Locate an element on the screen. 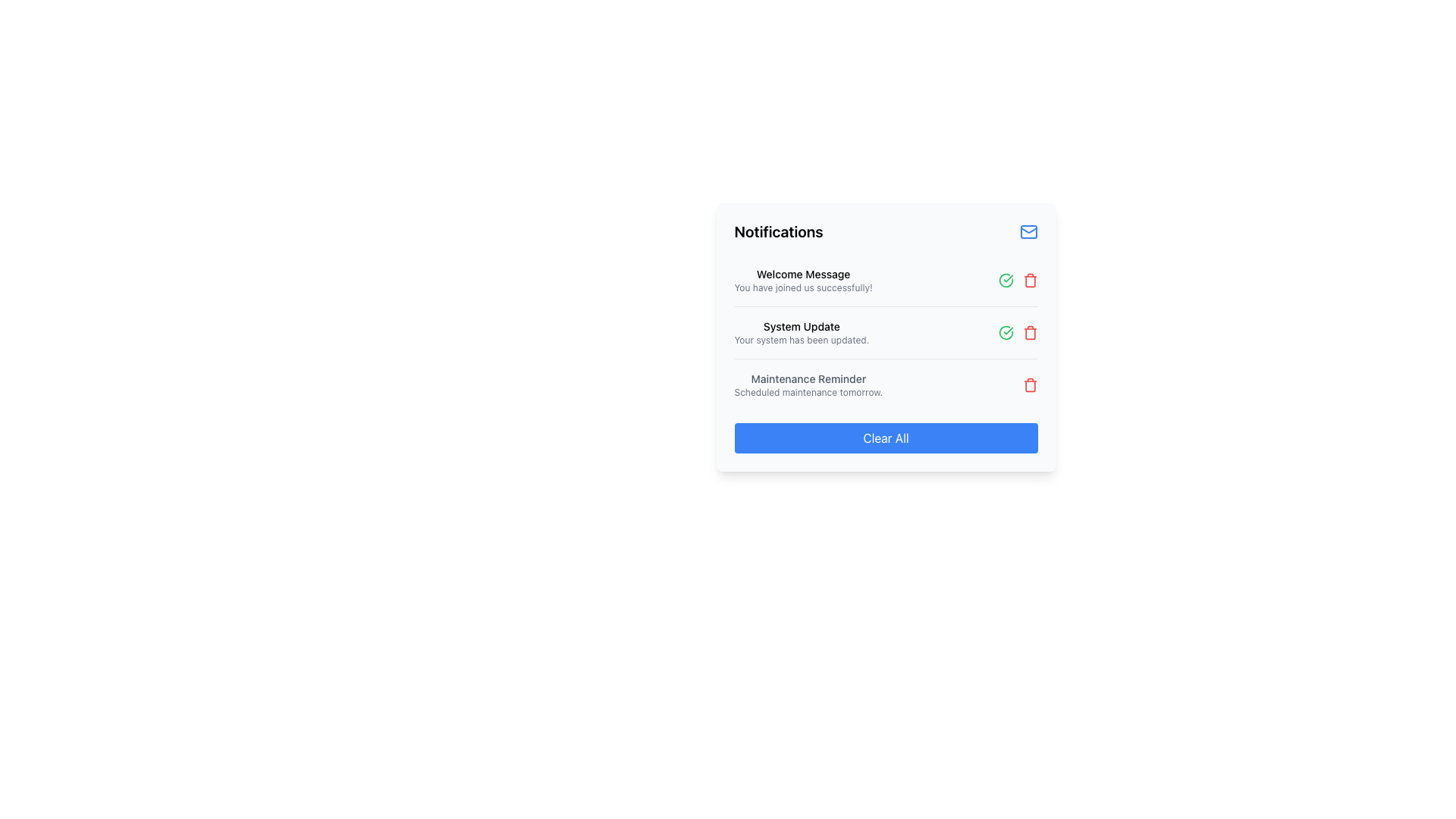  the clear notifications button located at the bottom center of the notification panel is located at coordinates (886, 438).